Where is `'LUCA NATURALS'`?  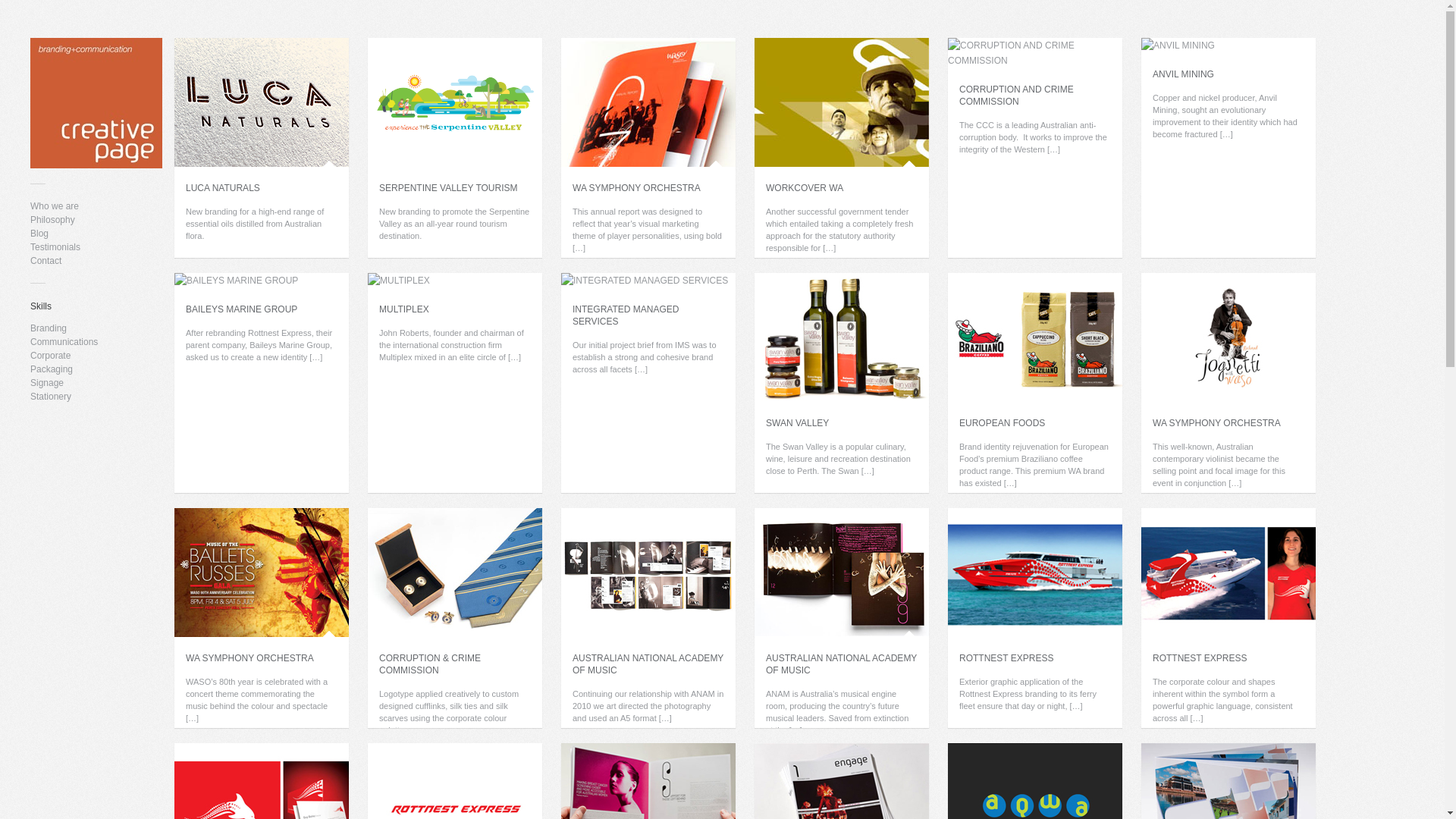
'LUCA NATURALS' is located at coordinates (262, 102).